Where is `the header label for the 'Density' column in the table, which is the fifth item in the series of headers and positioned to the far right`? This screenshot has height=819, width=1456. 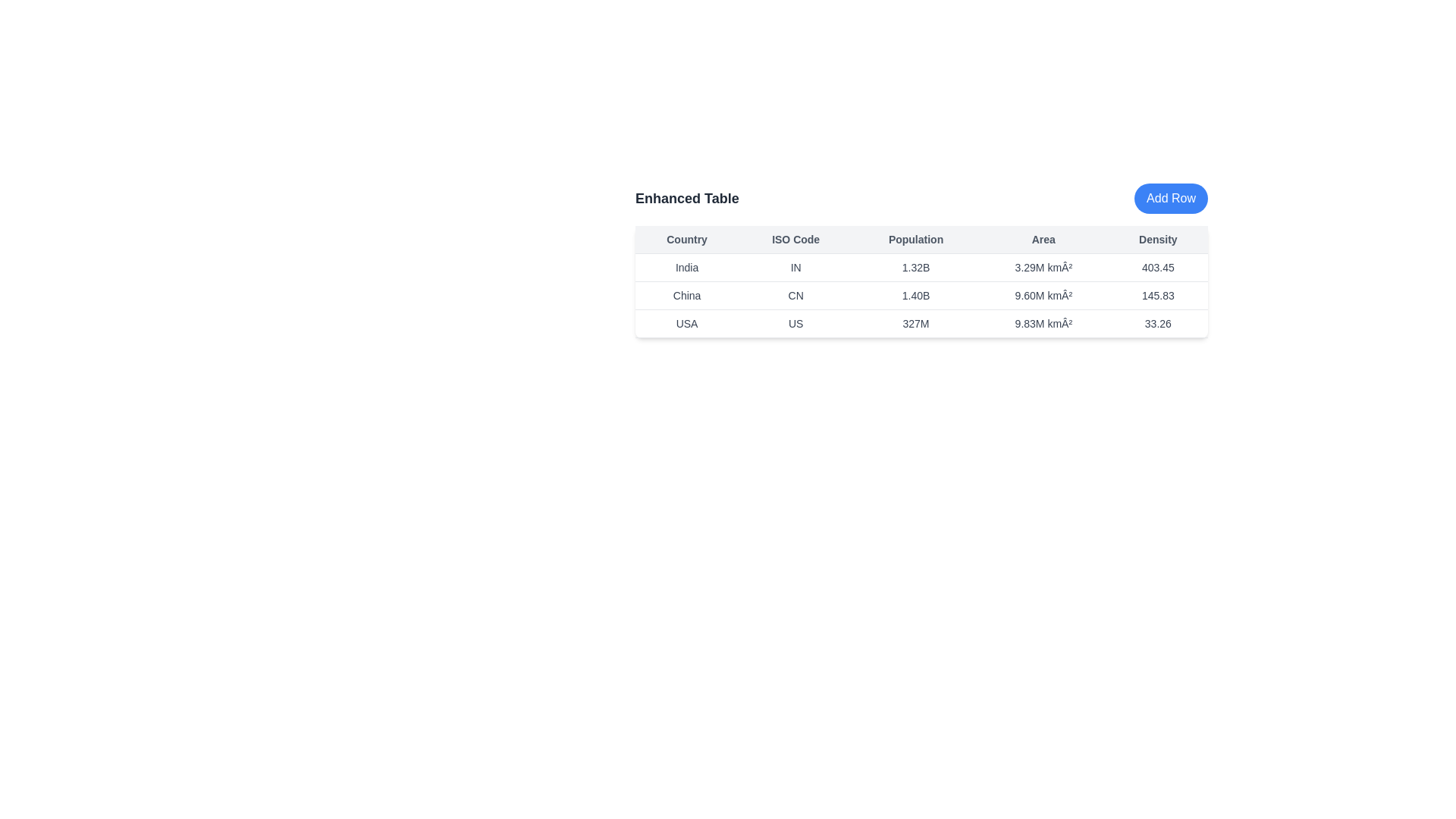
the header label for the 'Density' column in the table, which is the fifth item in the series of headers and positioned to the far right is located at coordinates (1157, 239).